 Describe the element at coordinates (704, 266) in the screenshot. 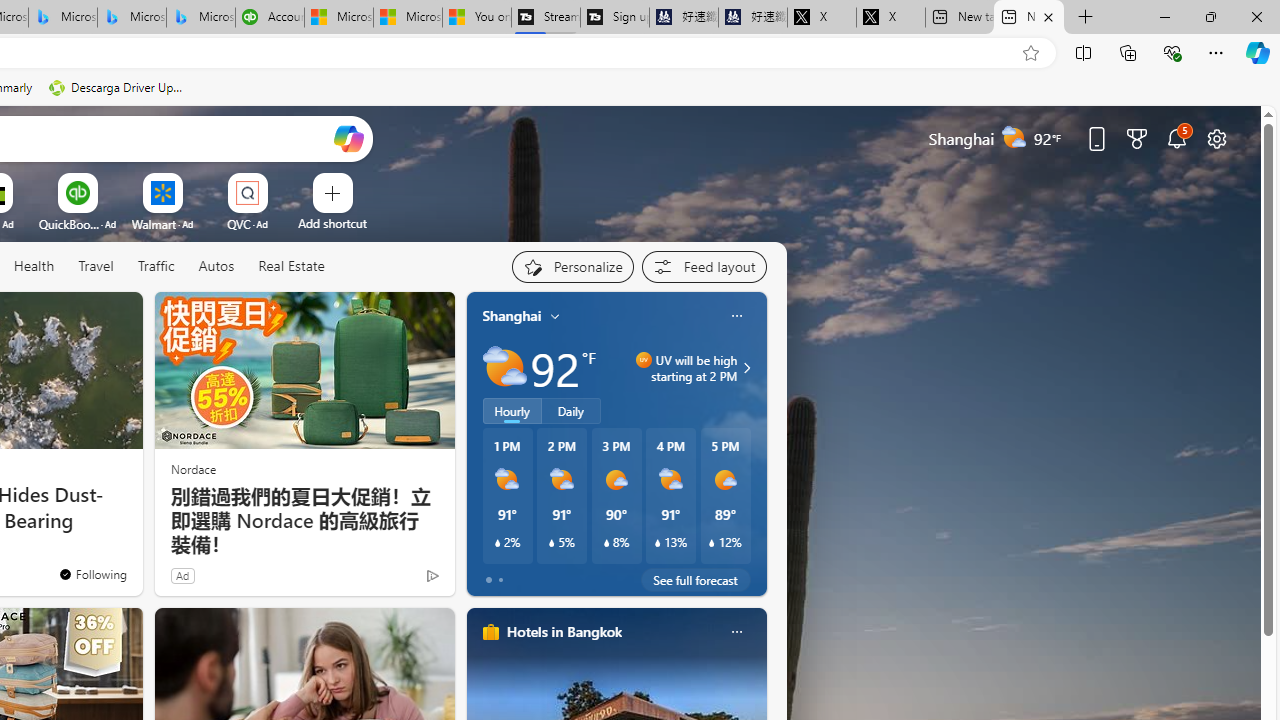

I see `'Feed settings'` at that location.